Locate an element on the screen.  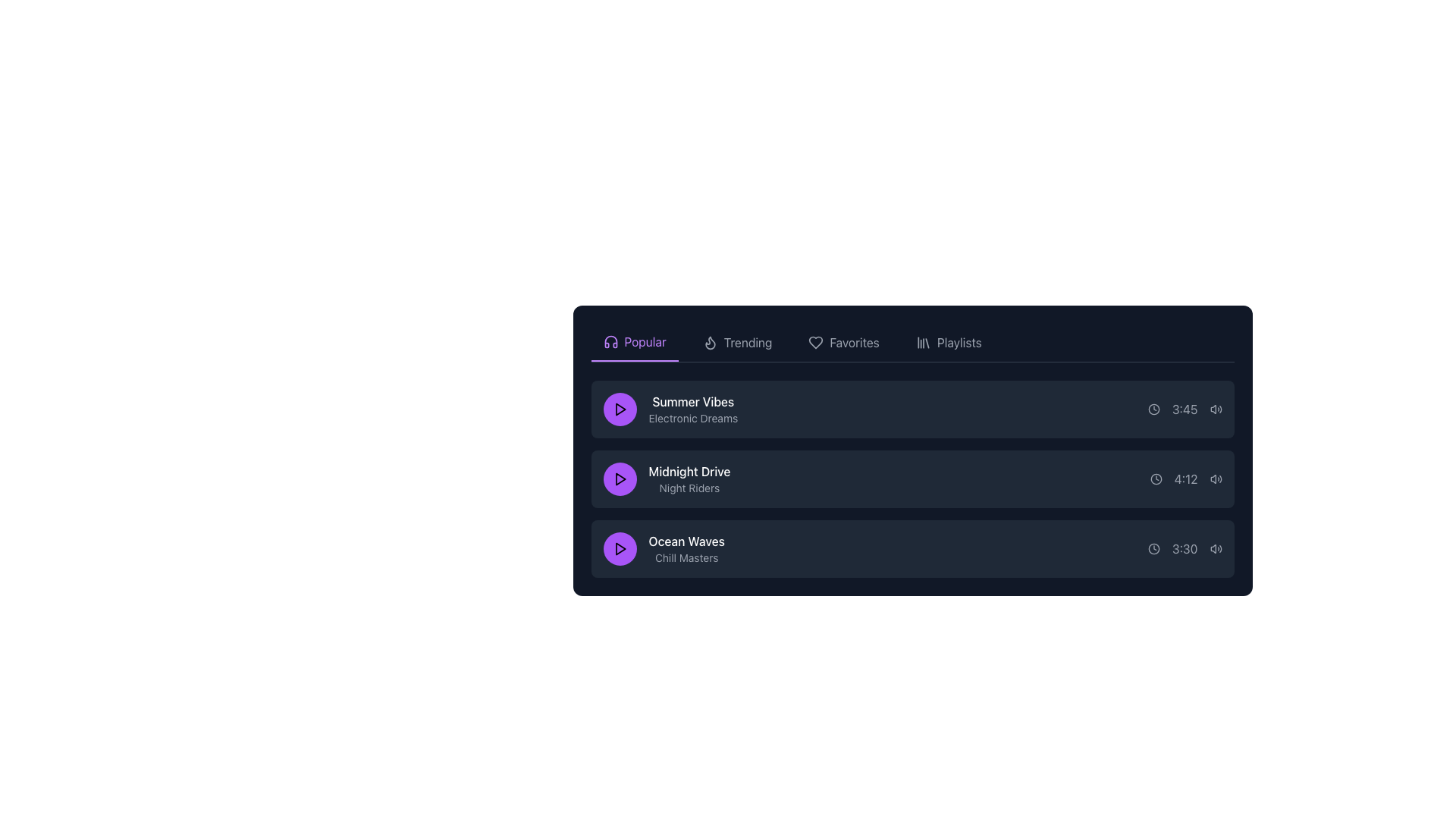
the second list item titled 'Midnight Drive' with a purple play button is located at coordinates (912, 479).